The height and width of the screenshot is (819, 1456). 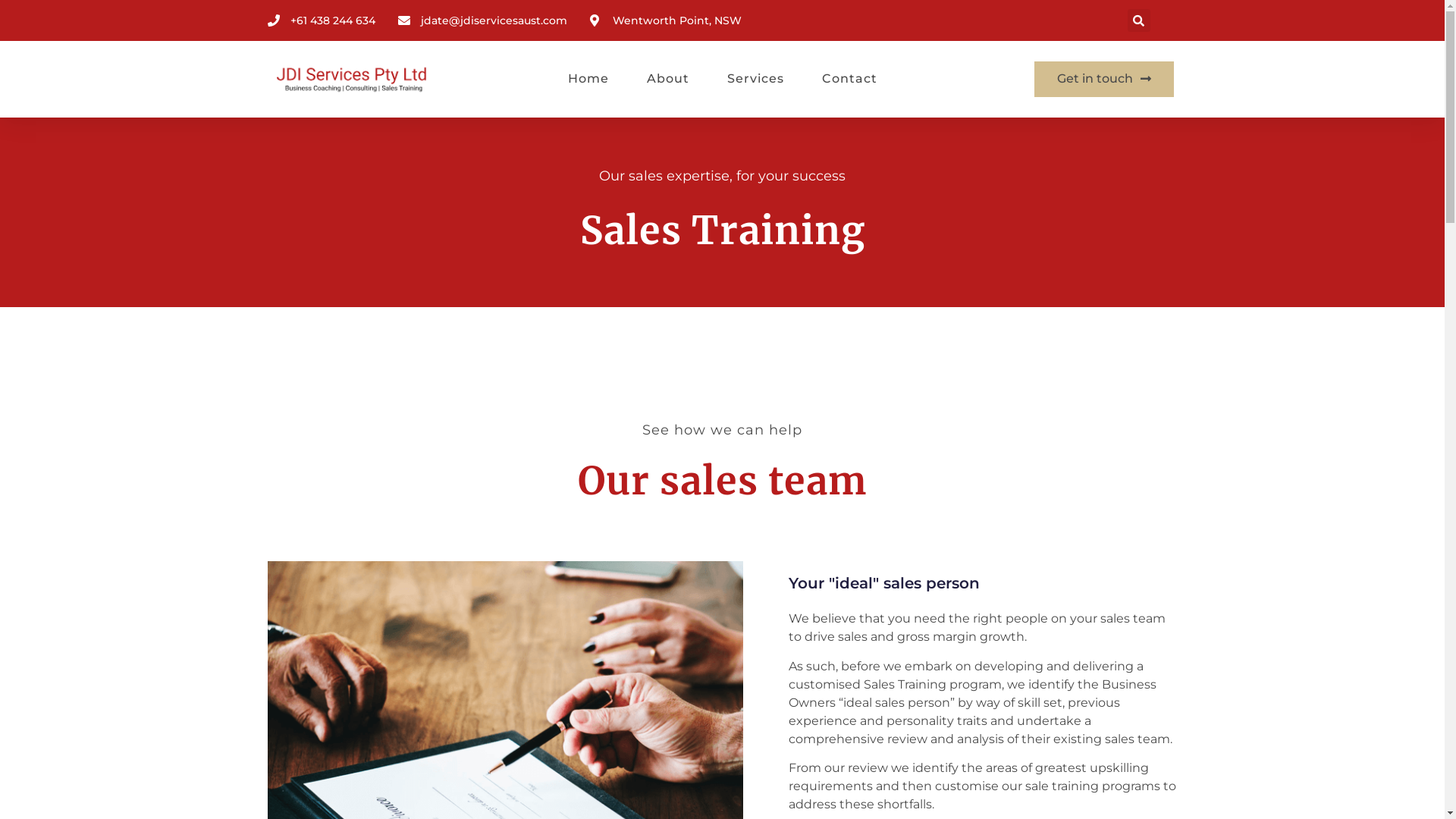 What do you see at coordinates (586, 79) in the screenshot?
I see `'Home'` at bounding box center [586, 79].